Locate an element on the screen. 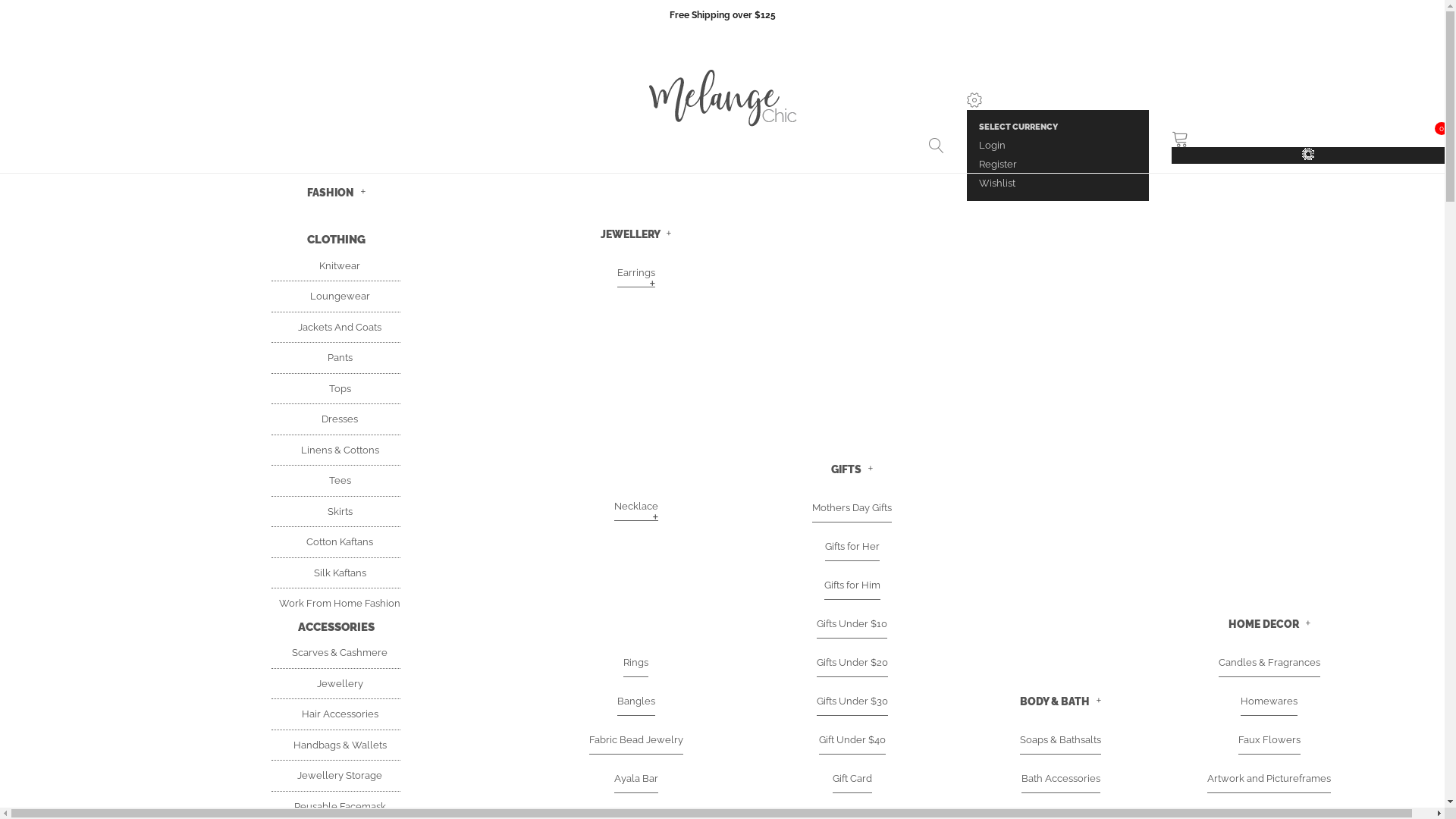 The height and width of the screenshot is (819, 1456). 'Ayala Bar' is located at coordinates (636, 778).